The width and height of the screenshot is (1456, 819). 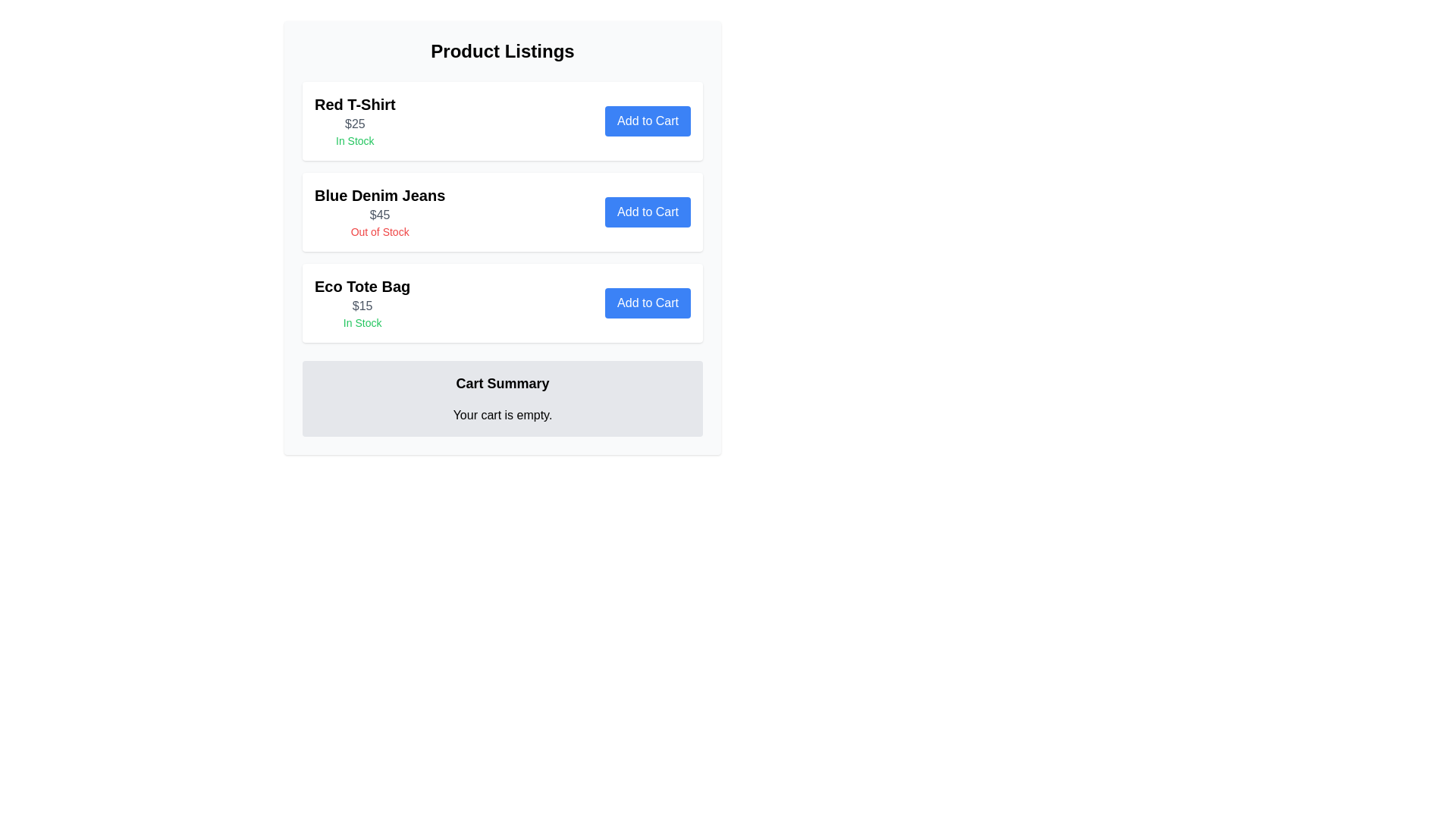 I want to click on the 'In Stock' static text label element that is displayed in green below the price of the product listed as '$25', so click(x=354, y=140).